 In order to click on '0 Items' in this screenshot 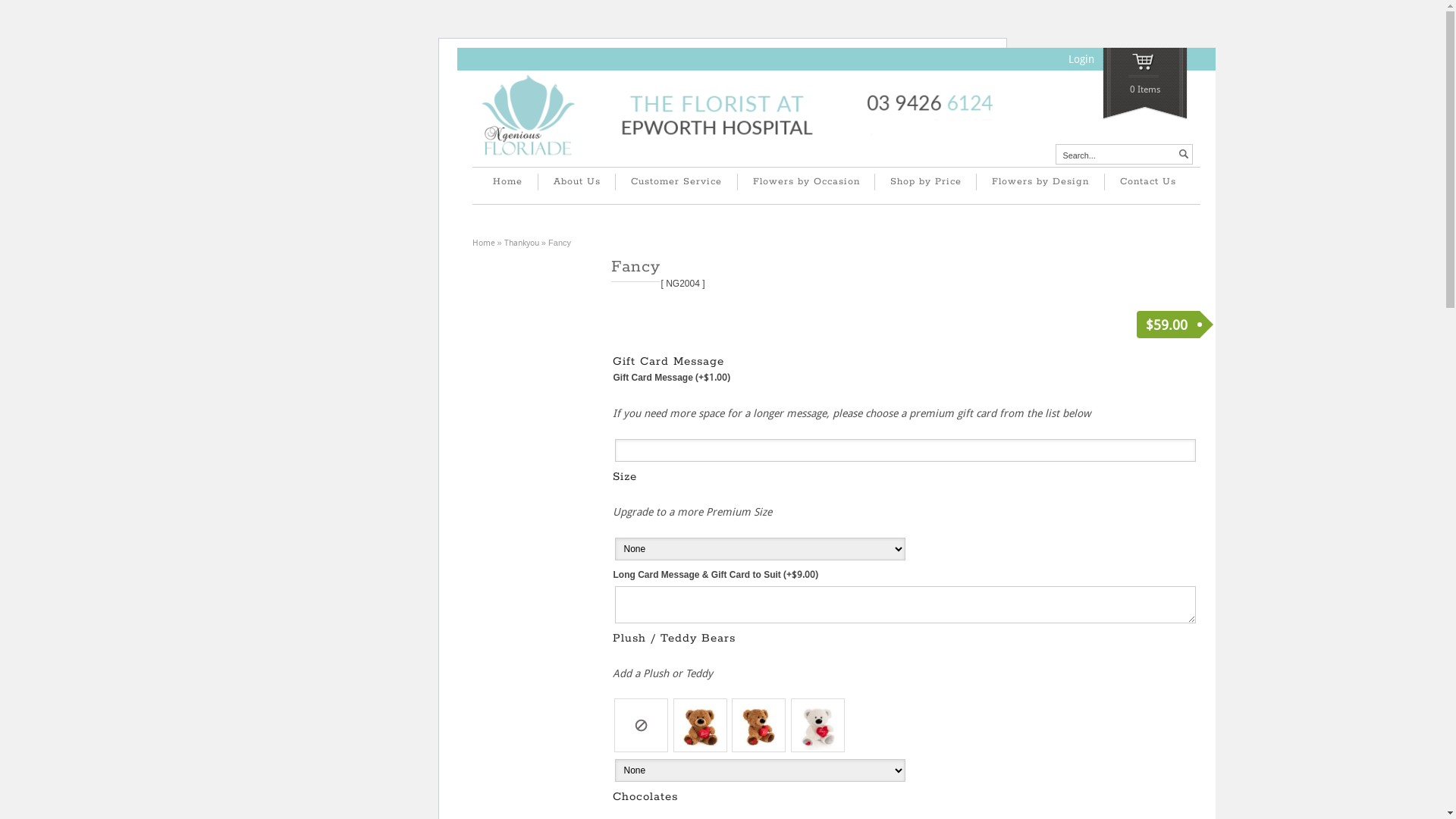, I will do `click(1103, 83)`.